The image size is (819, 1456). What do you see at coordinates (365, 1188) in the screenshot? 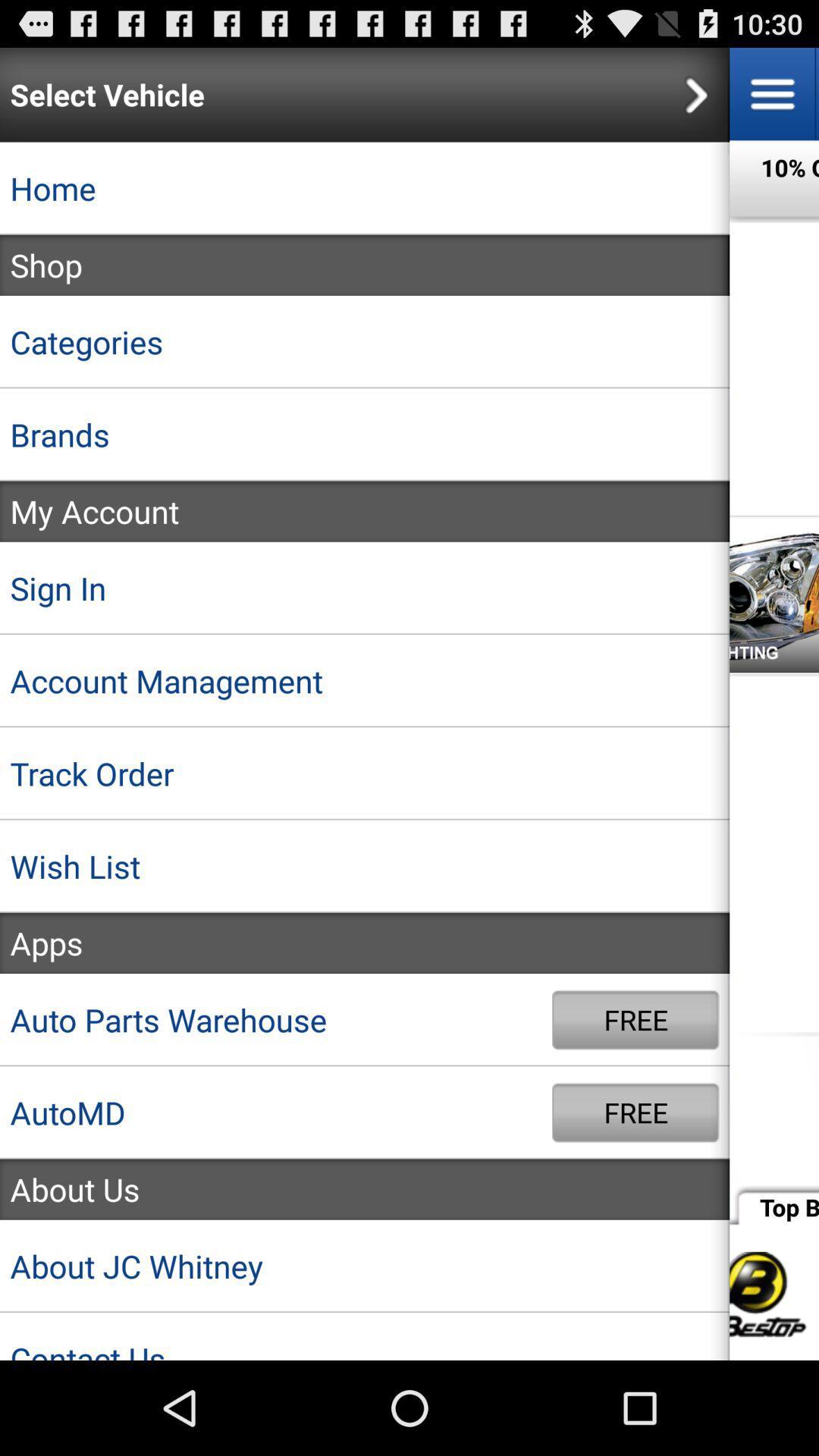
I see `the about us app` at bounding box center [365, 1188].